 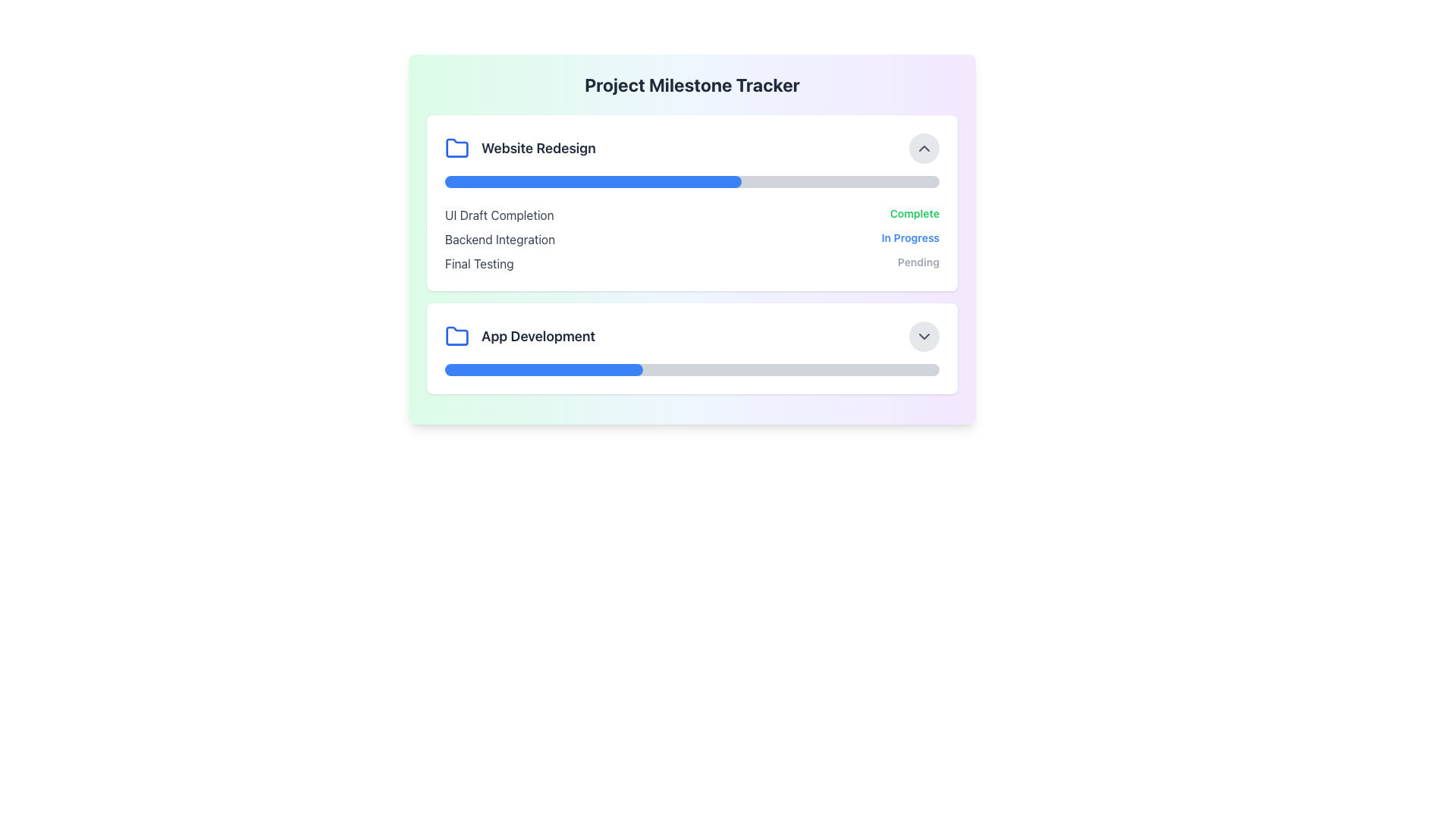 What do you see at coordinates (701, 180) in the screenshot?
I see `the progress bar` at bounding box center [701, 180].